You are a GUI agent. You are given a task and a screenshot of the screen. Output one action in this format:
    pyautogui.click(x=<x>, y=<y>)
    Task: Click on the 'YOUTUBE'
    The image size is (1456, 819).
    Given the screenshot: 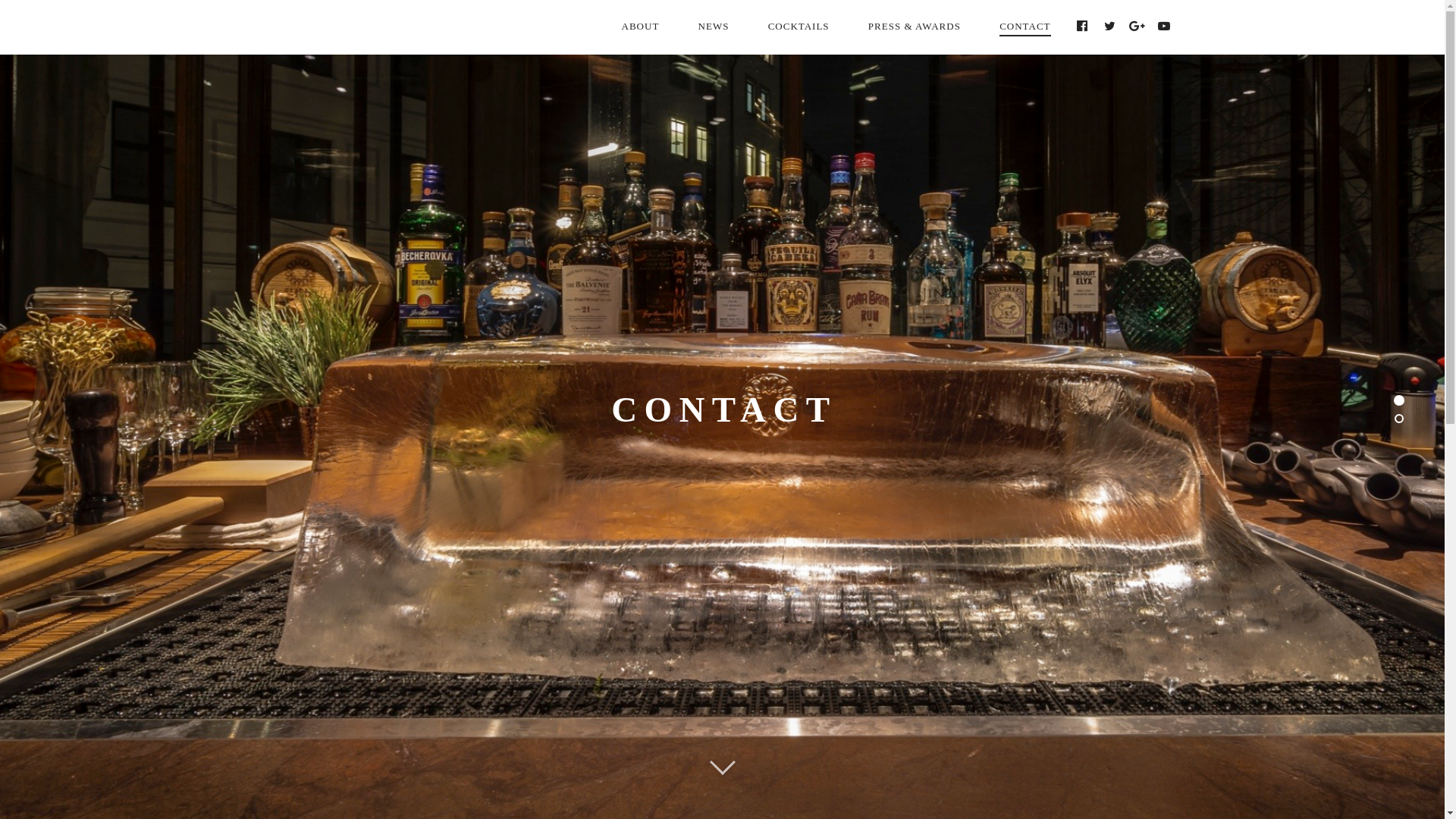 What is the action you would take?
    pyautogui.click(x=1164, y=26)
    